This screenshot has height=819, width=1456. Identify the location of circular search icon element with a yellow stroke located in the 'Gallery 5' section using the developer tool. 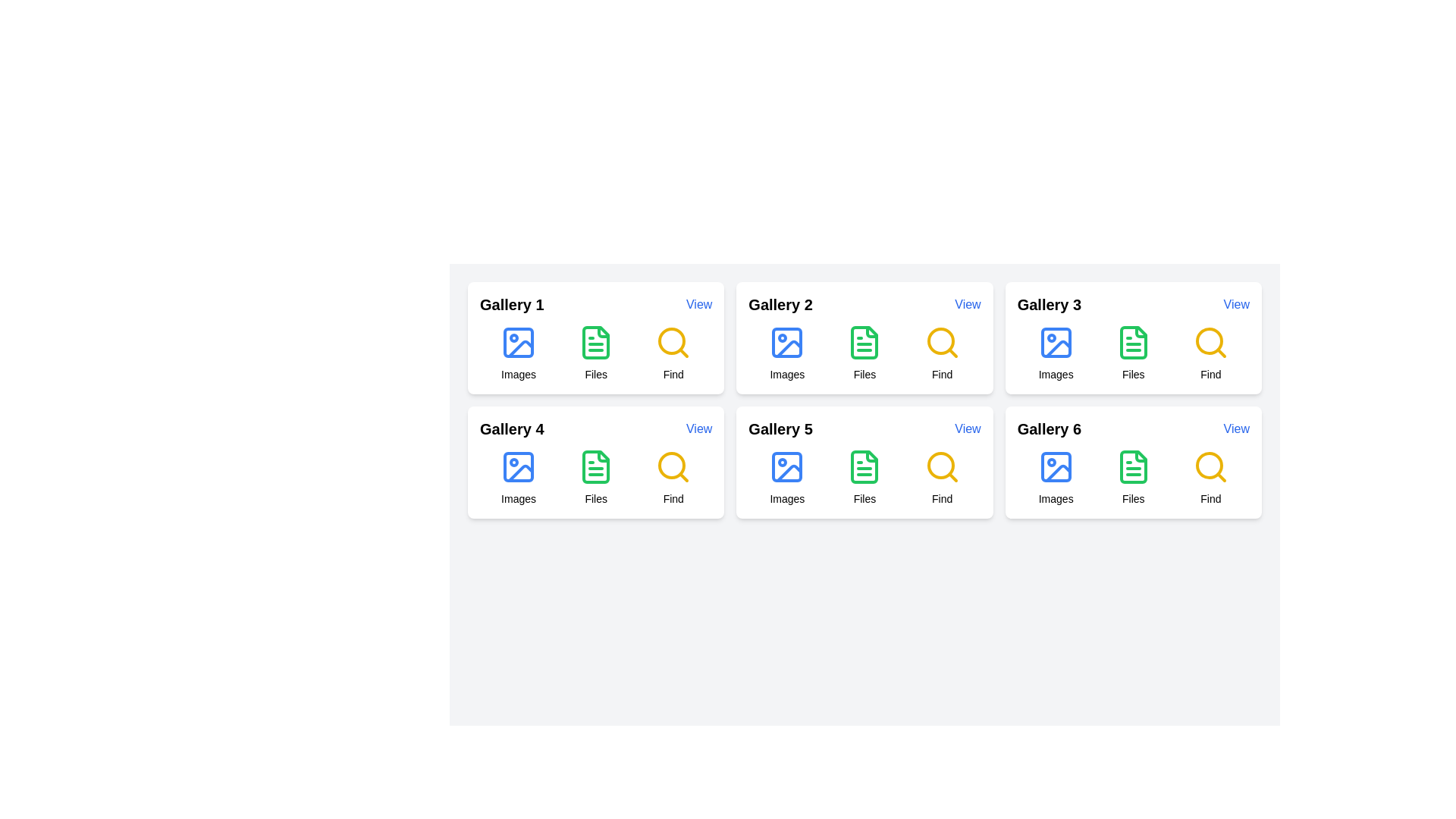
(940, 464).